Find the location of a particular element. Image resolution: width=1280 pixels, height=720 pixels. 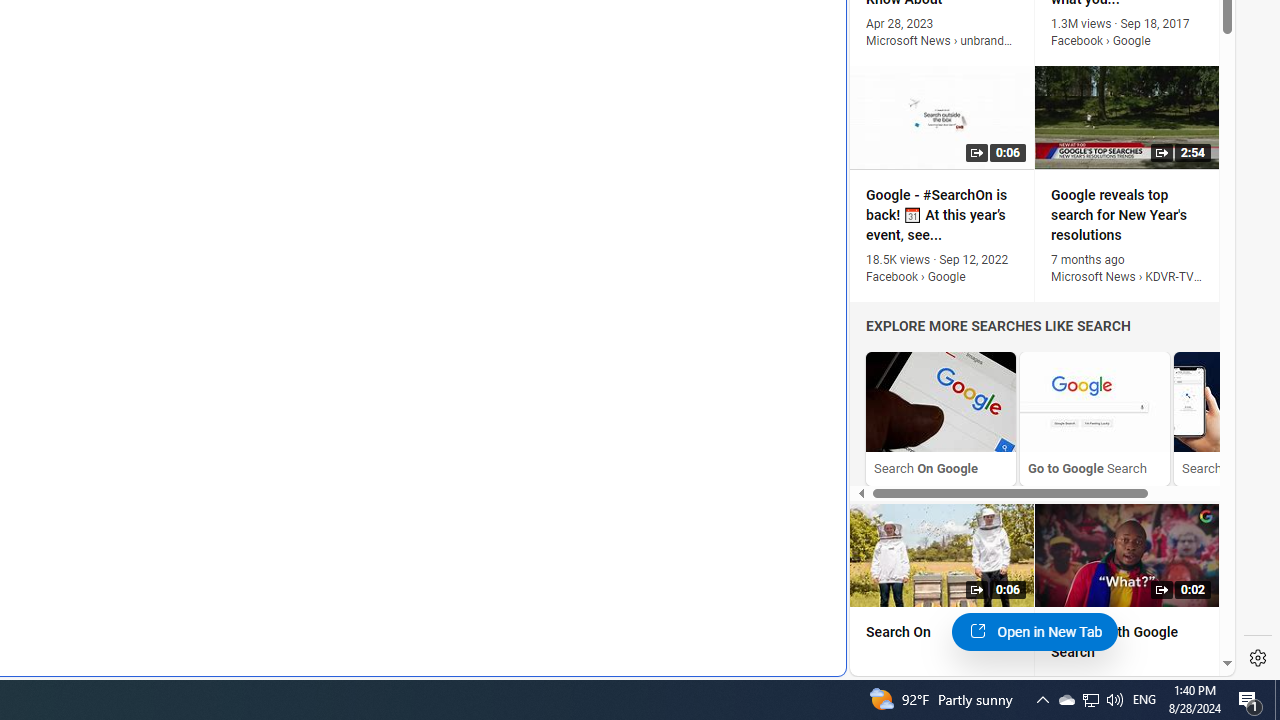

'Settings' is located at coordinates (1257, 658).